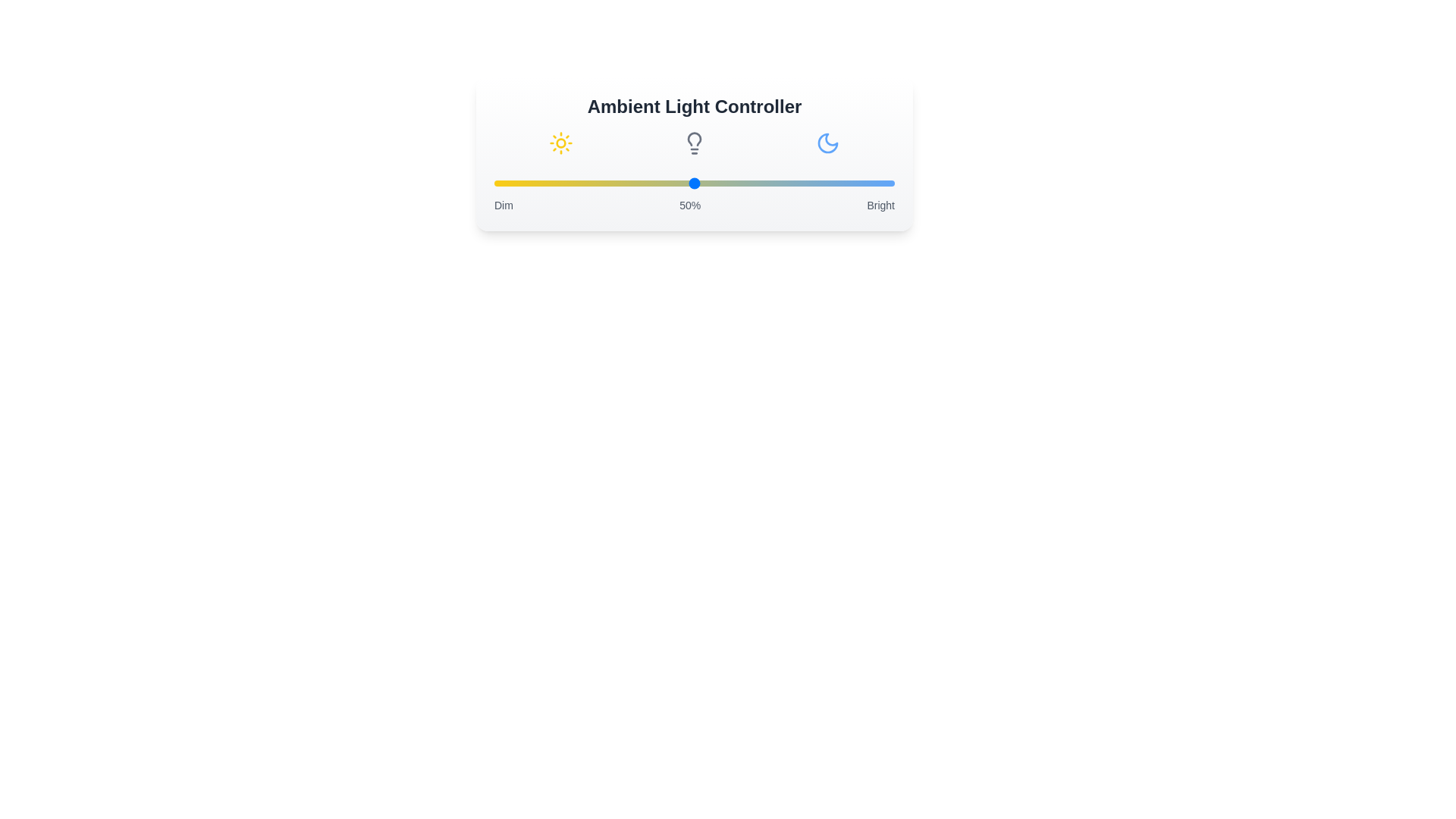 This screenshot has width=1456, height=819. What do you see at coordinates (770, 183) in the screenshot?
I see `the light intensity to 69% by moving the slider` at bounding box center [770, 183].